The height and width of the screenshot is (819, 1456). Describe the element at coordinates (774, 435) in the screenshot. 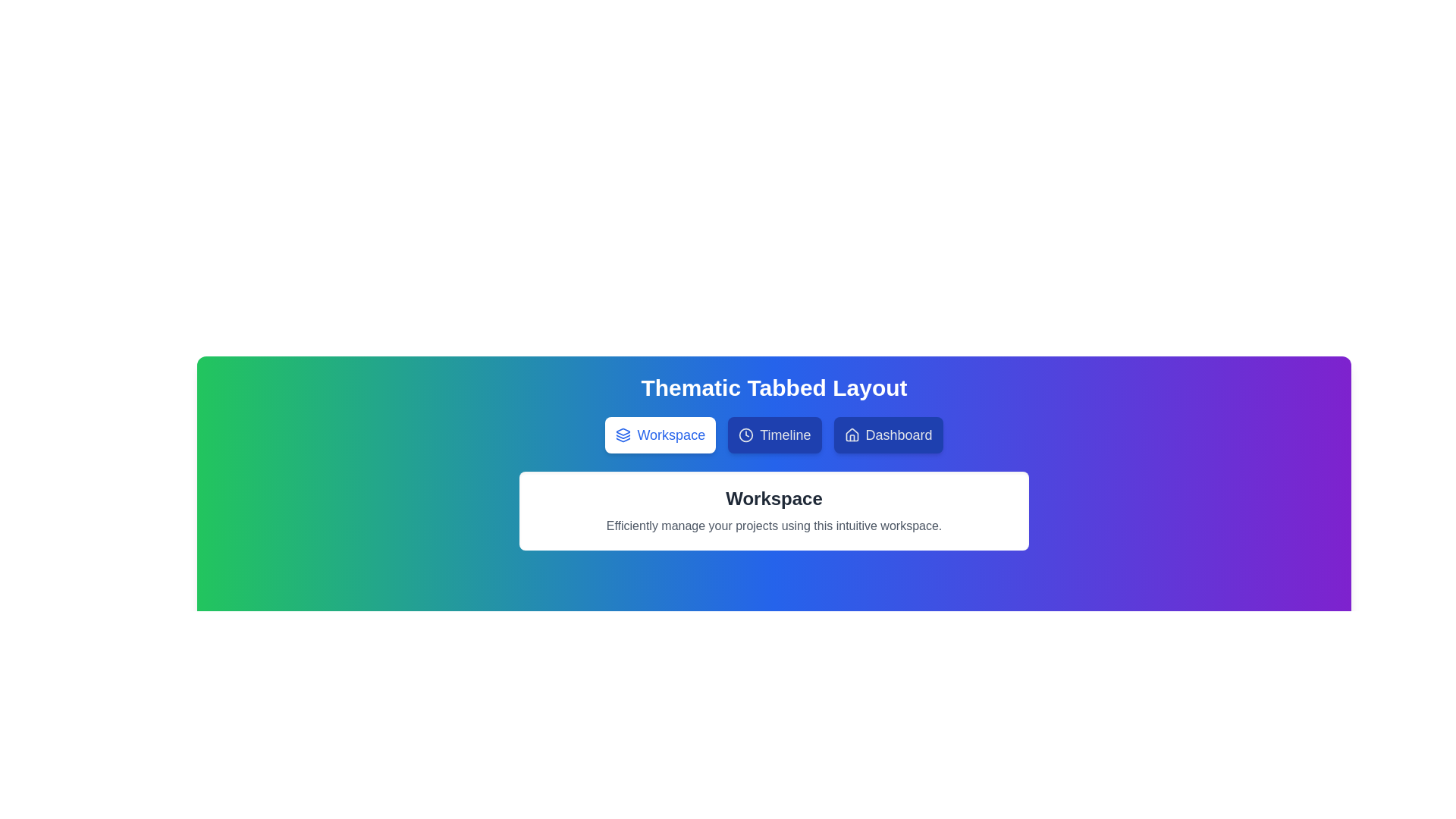

I see `the 'Timeline' button, which has a blue background, rounded corners, and a clock icon to its left, to trigger a visual change` at that location.